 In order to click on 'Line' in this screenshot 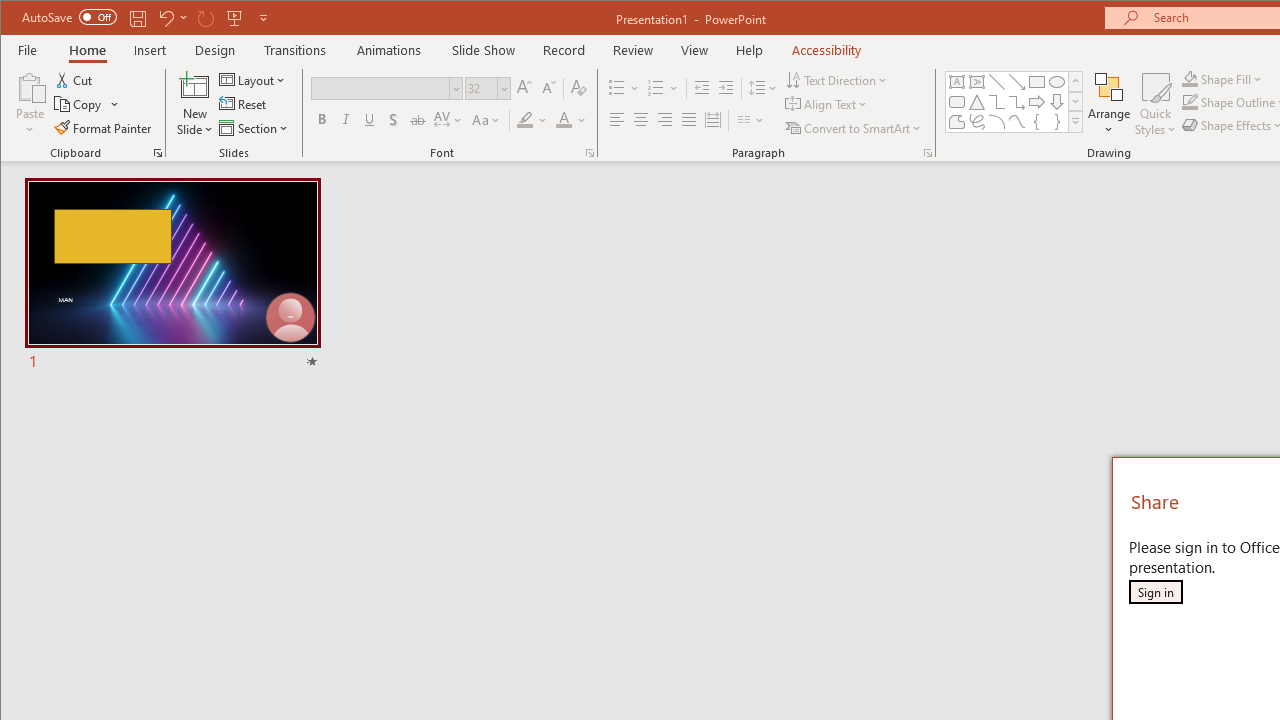, I will do `click(997, 81)`.